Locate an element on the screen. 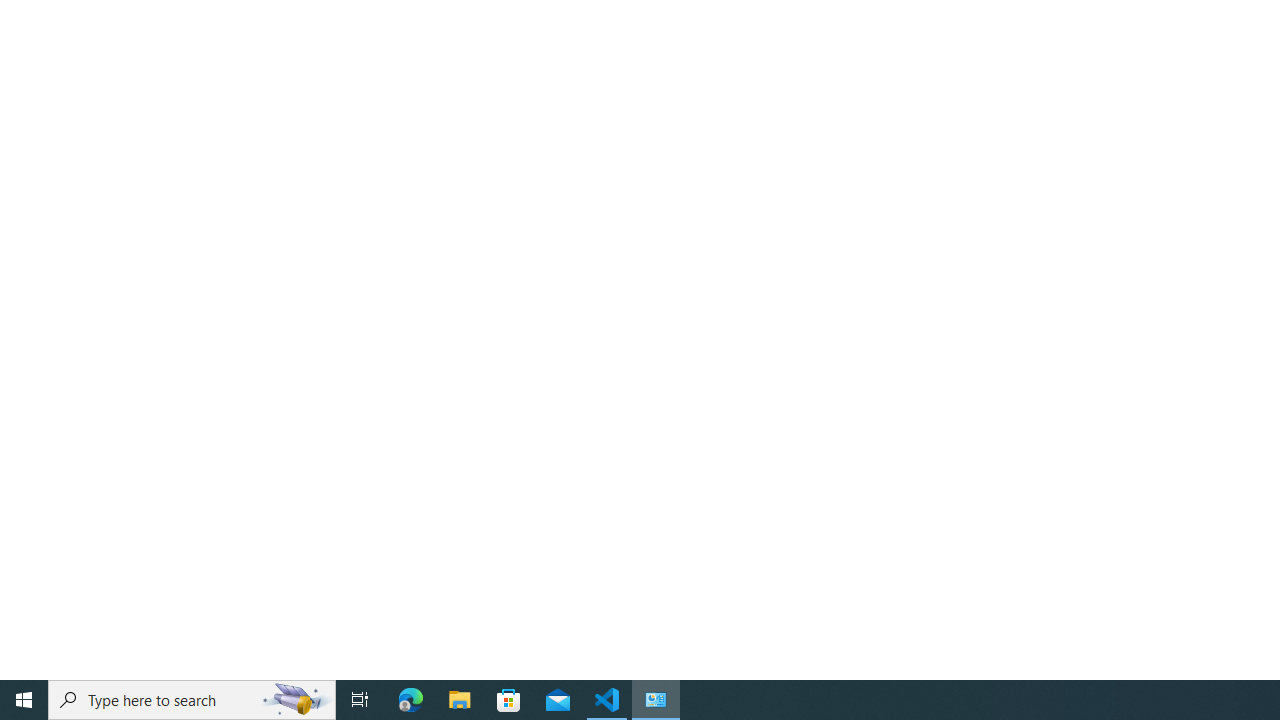  'Control Panel - 1 running window' is located at coordinates (656, 698).